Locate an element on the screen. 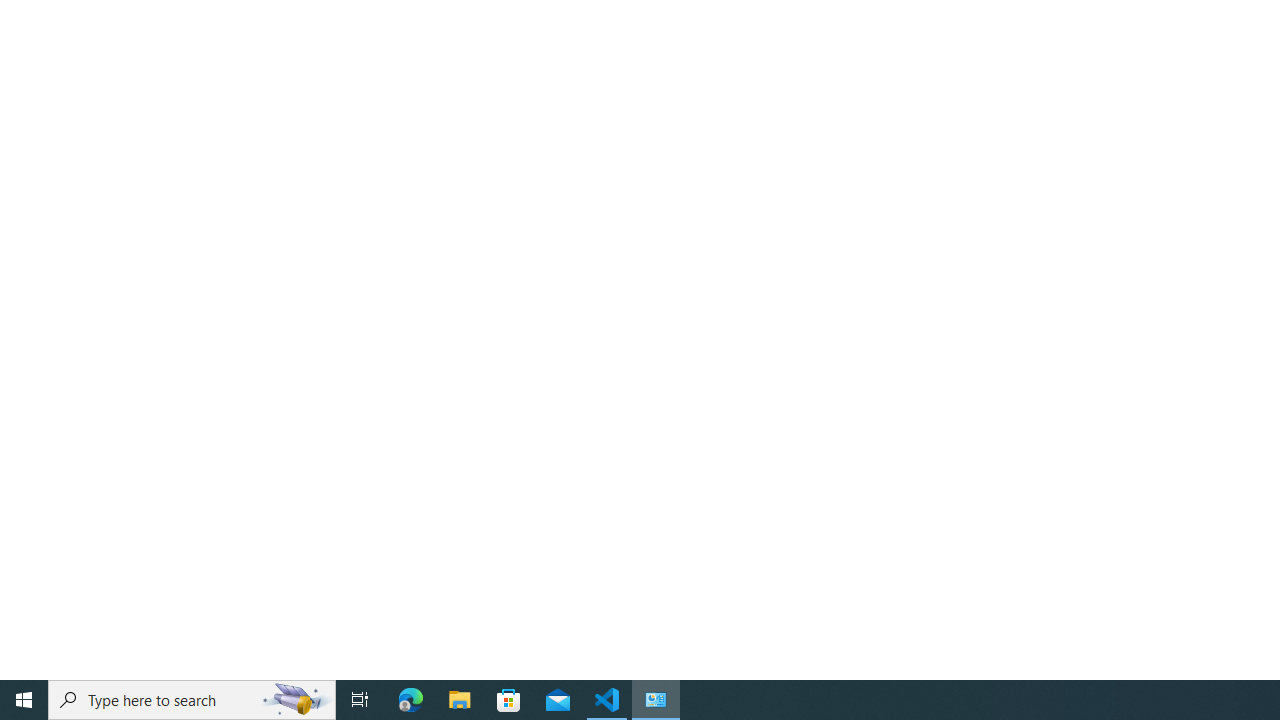  'Control Panel - 1 running window' is located at coordinates (656, 698).